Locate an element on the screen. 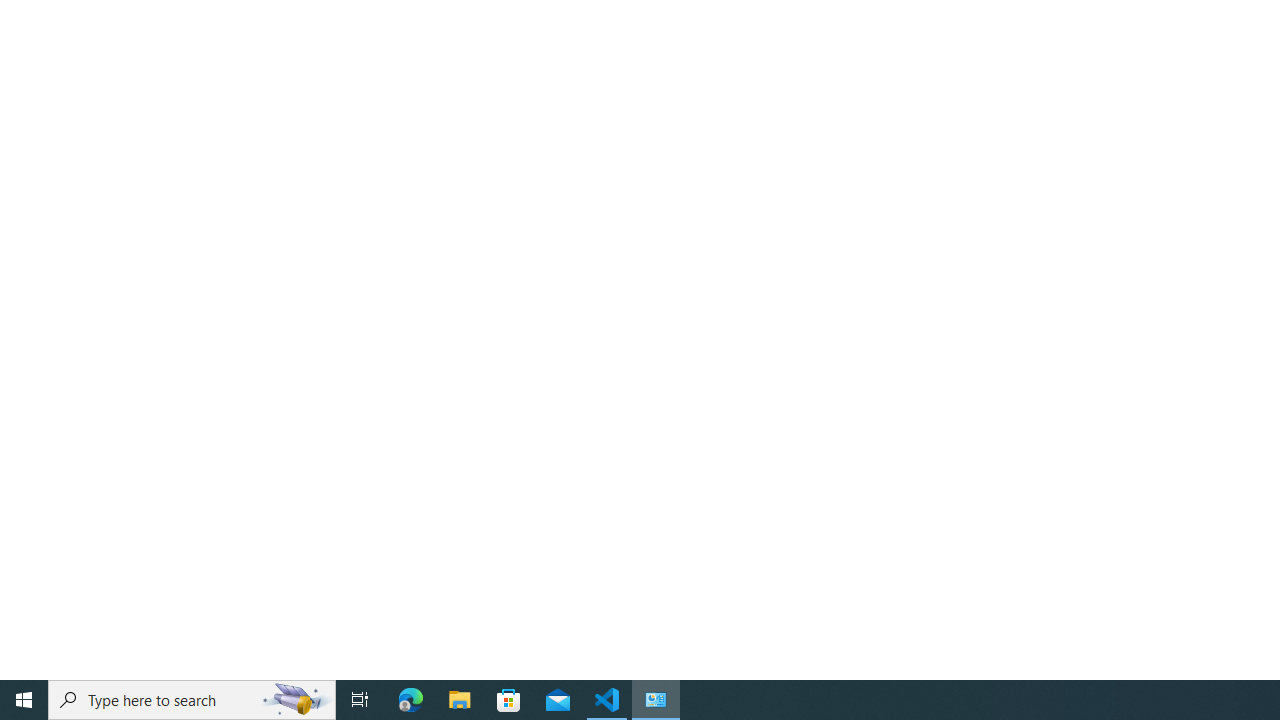  'Control Panel - 1 running window' is located at coordinates (656, 698).